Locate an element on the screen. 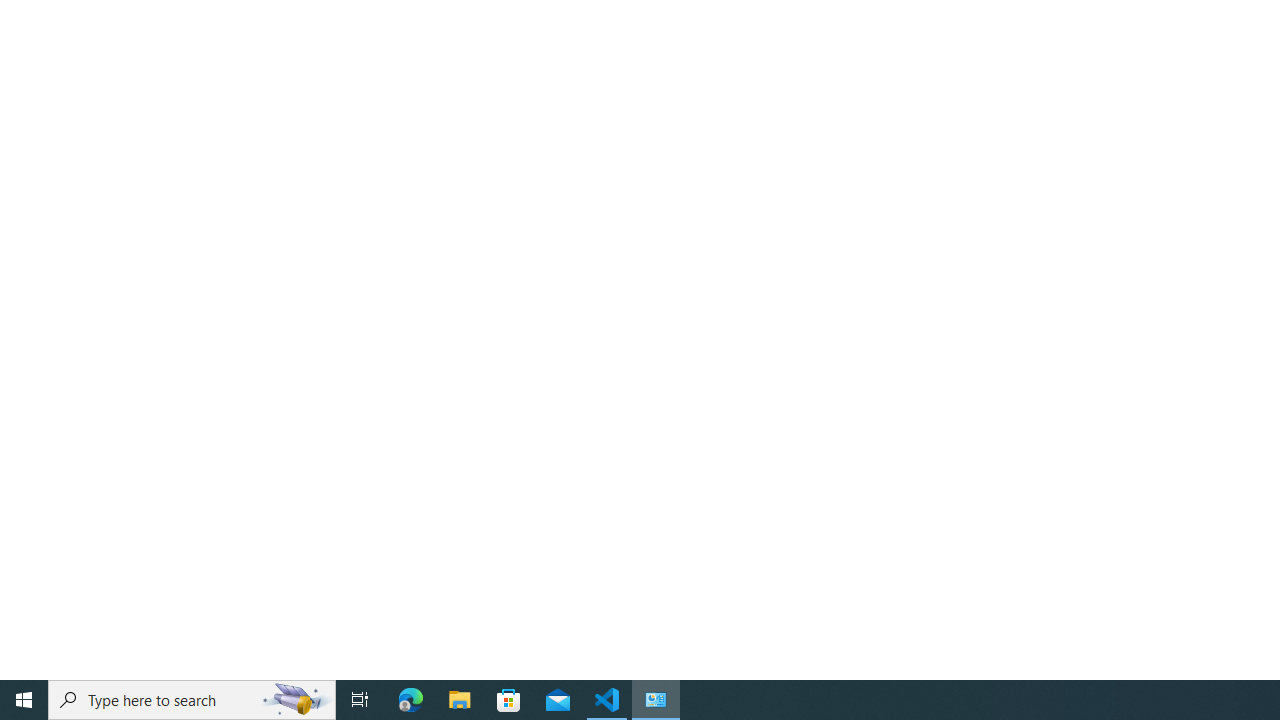  'Control Panel - 1 running window' is located at coordinates (656, 698).